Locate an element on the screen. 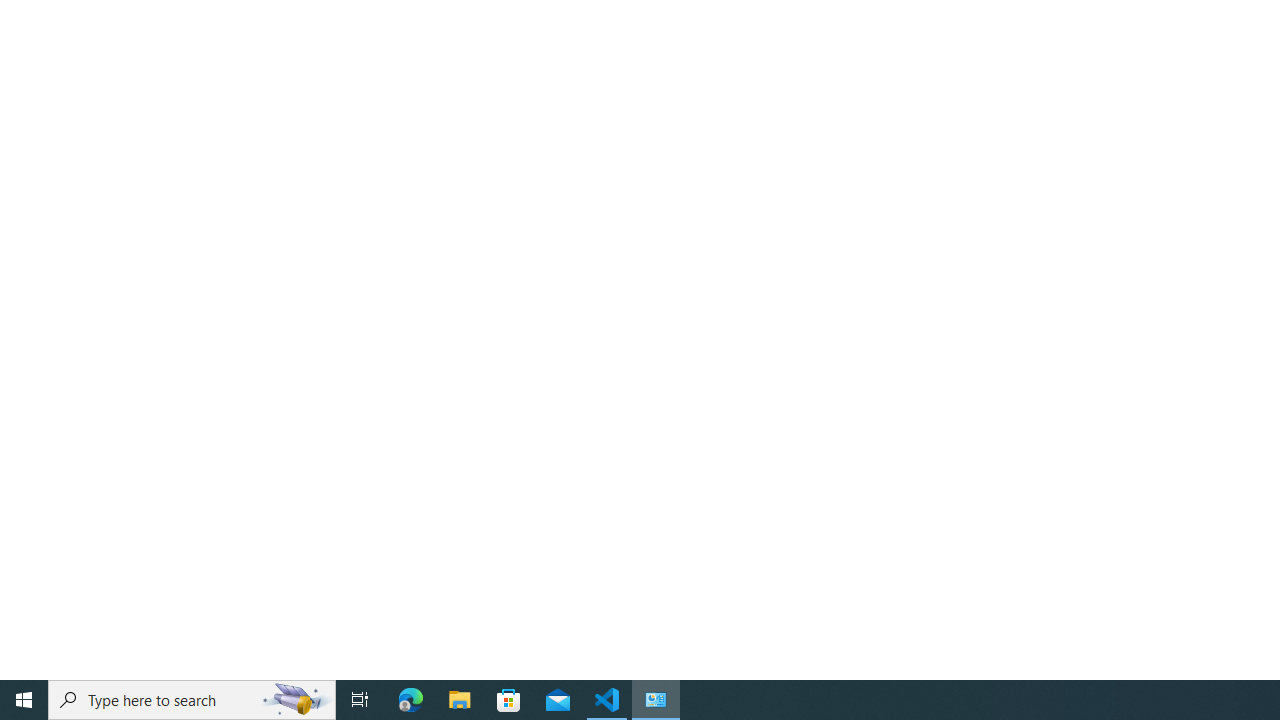  'Control Panel - 1 running window' is located at coordinates (656, 698).